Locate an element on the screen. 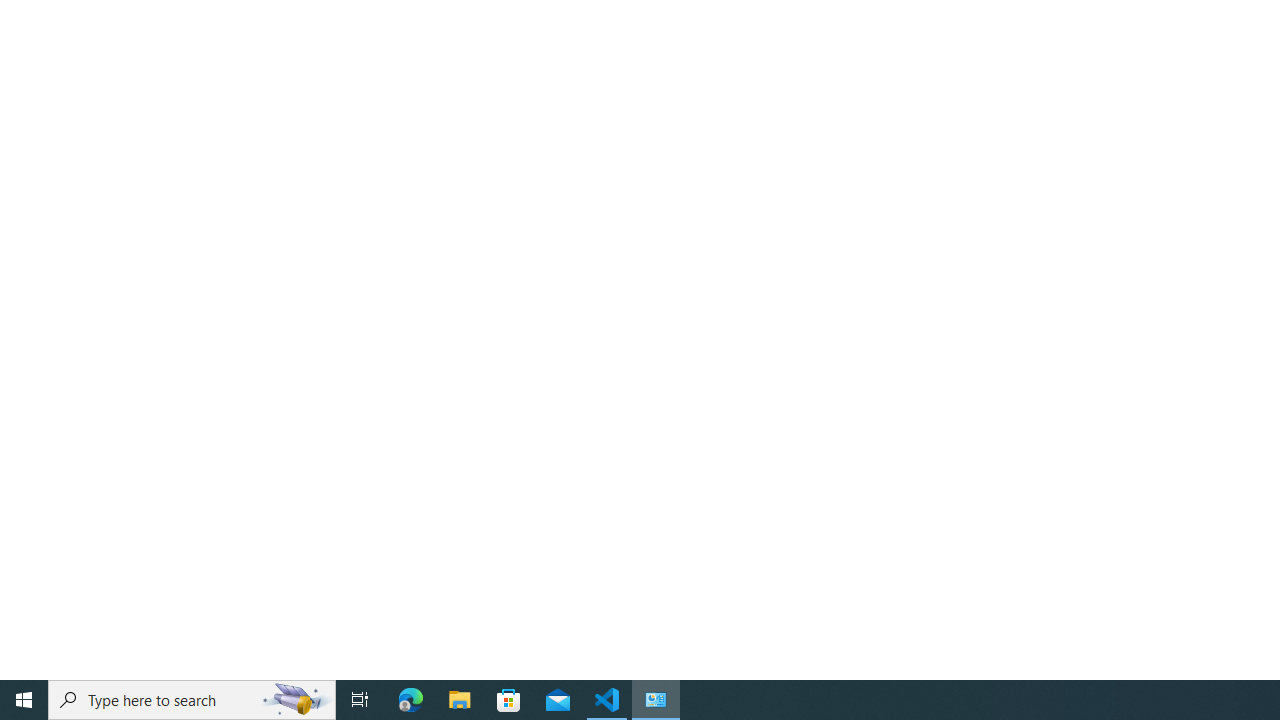  'Control Panel - 1 running window' is located at coordinates (656, 698).